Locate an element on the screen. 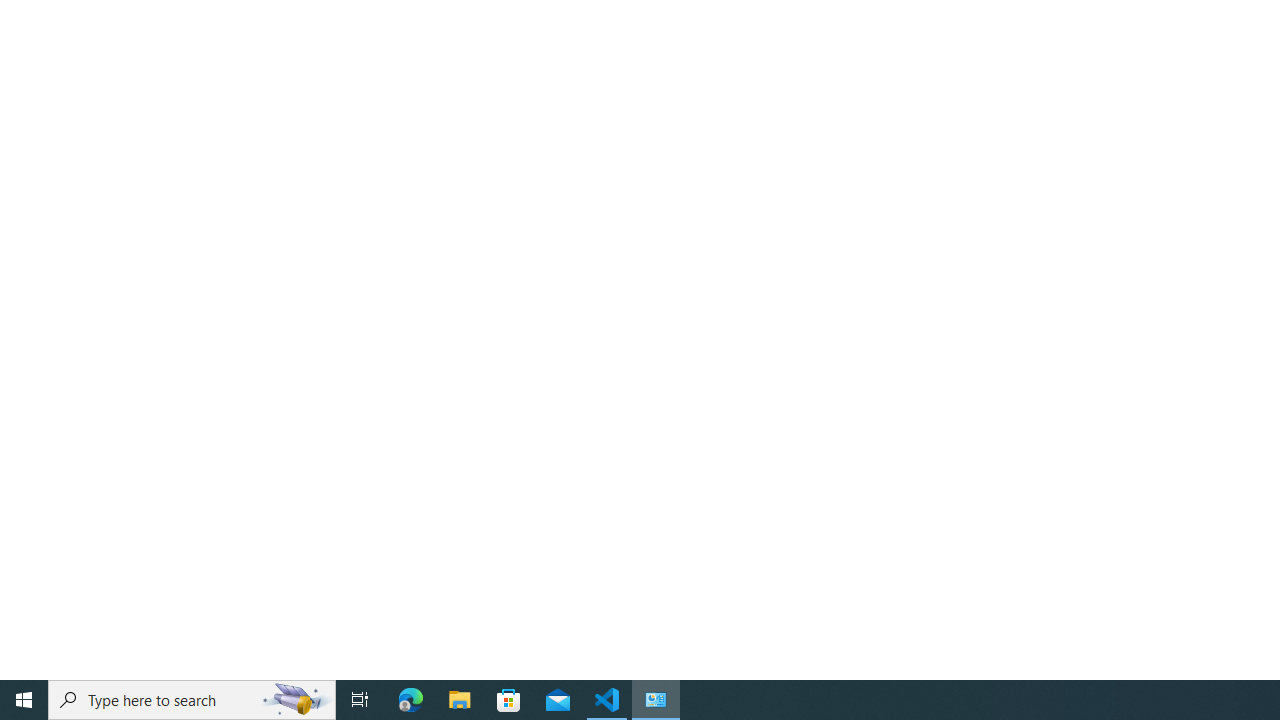  'Control Panel - 1 running window' is located at coordinates (656, 698).